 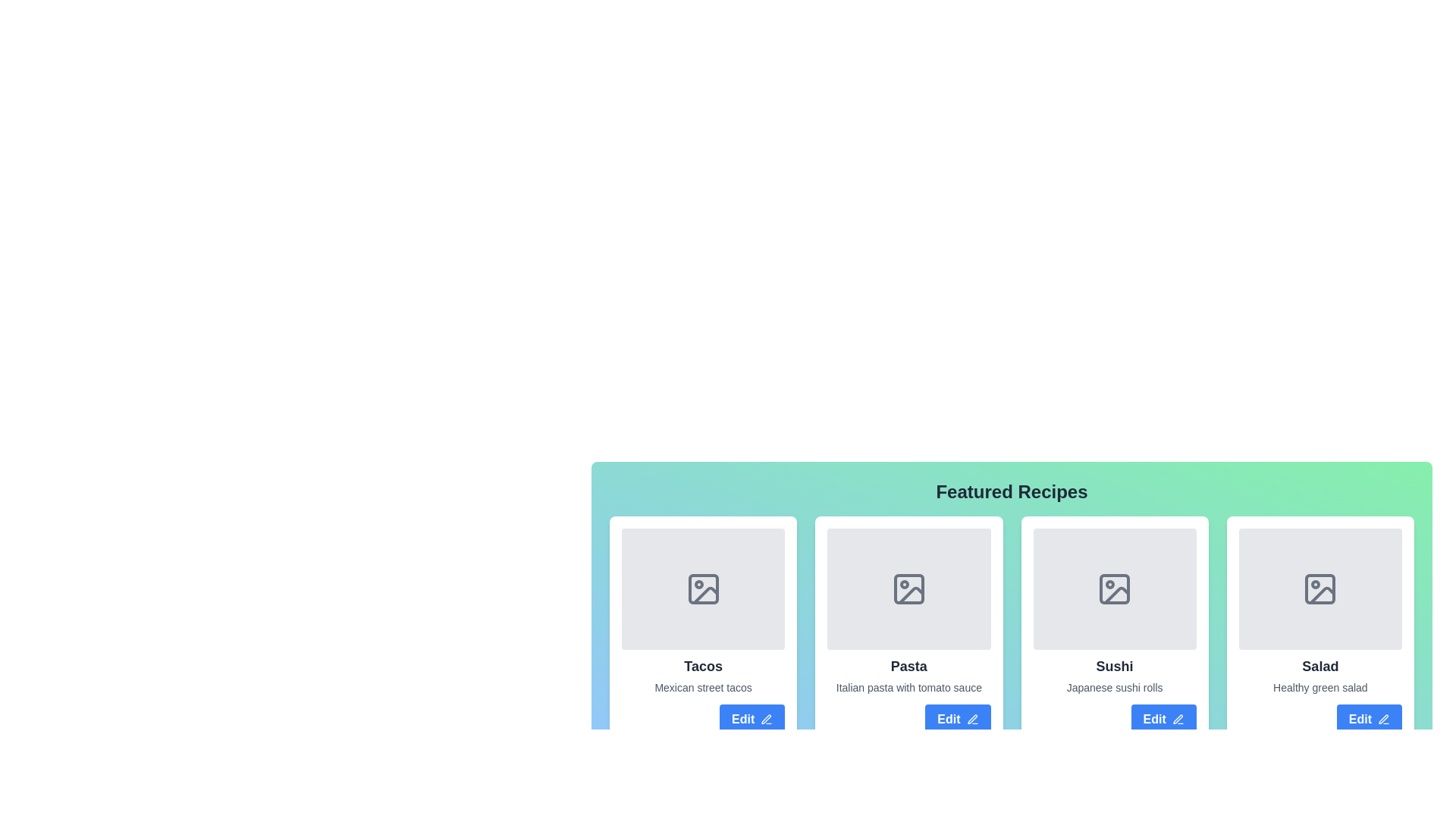 What do you see at coordinates (1177, 718) in the screenshot?
I see `the pen icon within the 'Edit' button, which visually indicates the editing functionality` at bounding box center [1177, 718].